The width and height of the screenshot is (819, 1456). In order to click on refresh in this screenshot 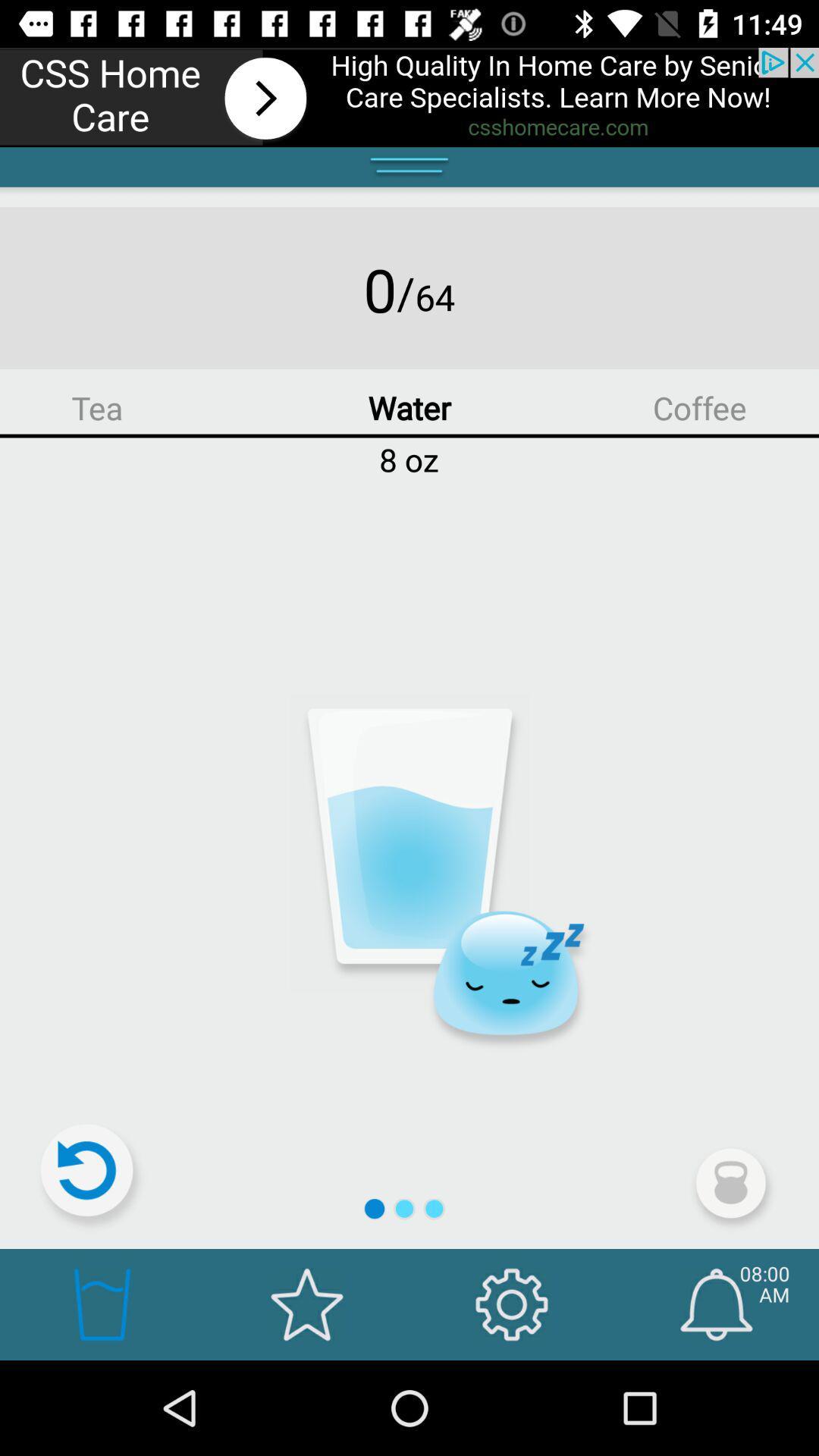, I will do `click(93, 1176)`.